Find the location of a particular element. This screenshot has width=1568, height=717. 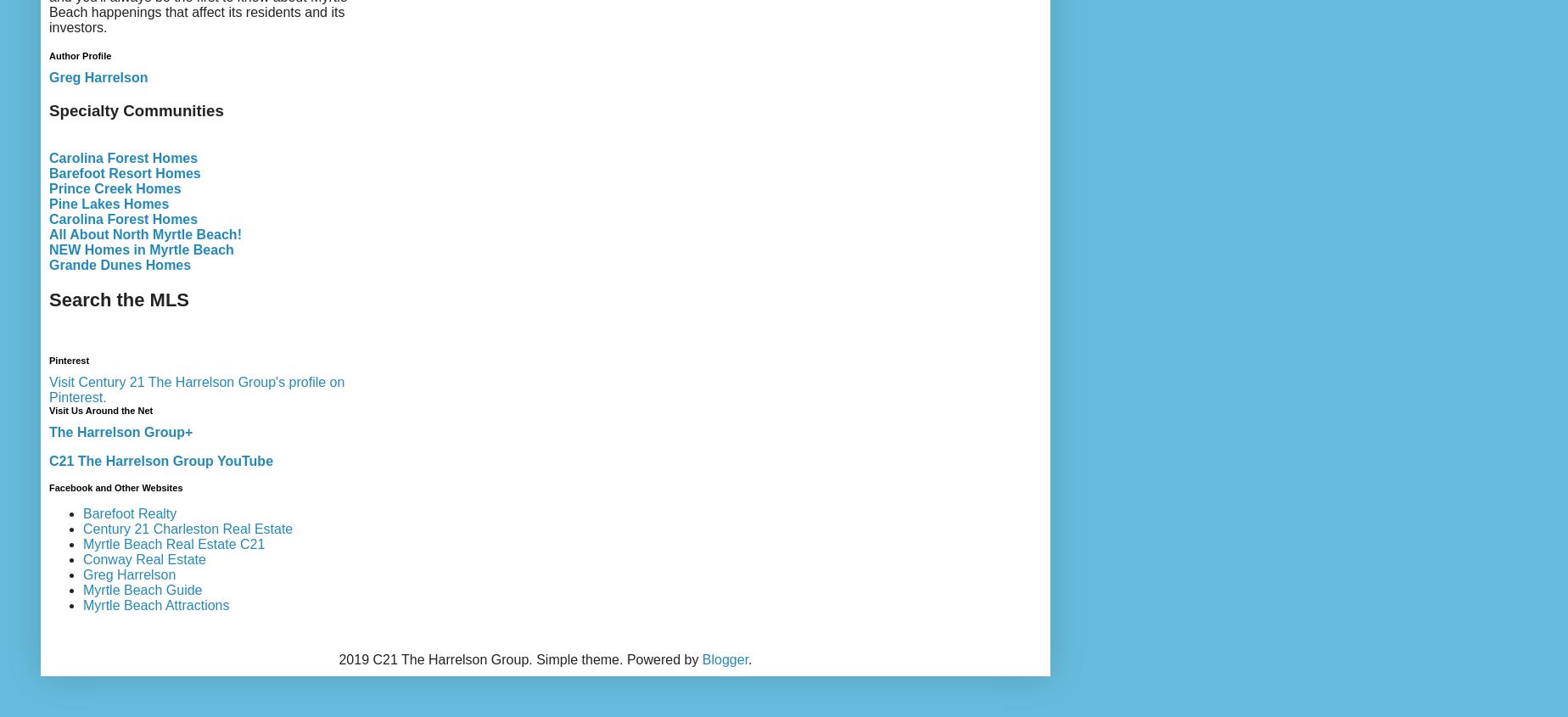

'Visit Century 21 The Harrelson Group's profile on Pinterest.' is located at coordinates (49, 389).